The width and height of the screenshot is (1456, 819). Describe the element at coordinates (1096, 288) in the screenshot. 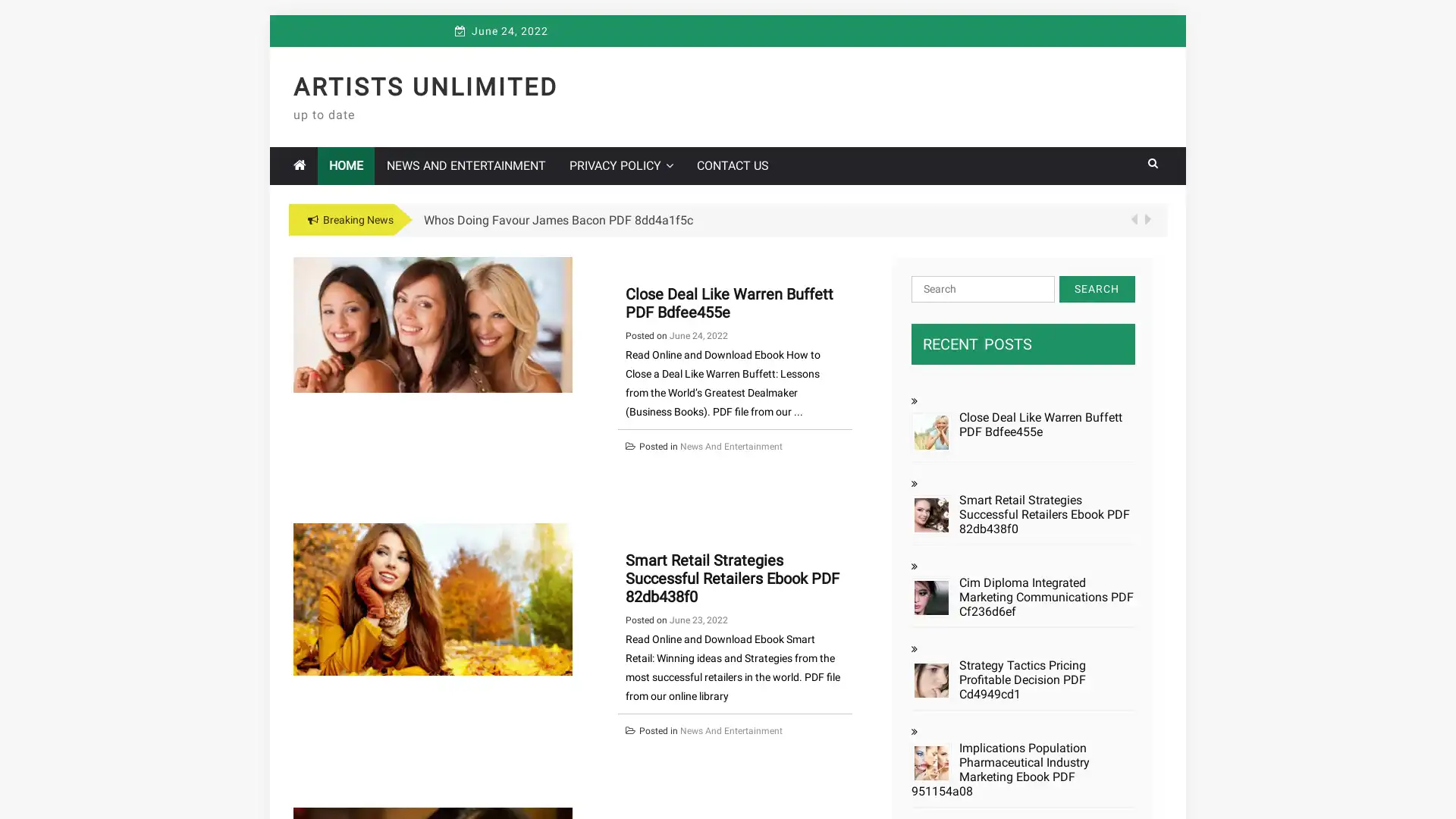

I see `Search` at that location.